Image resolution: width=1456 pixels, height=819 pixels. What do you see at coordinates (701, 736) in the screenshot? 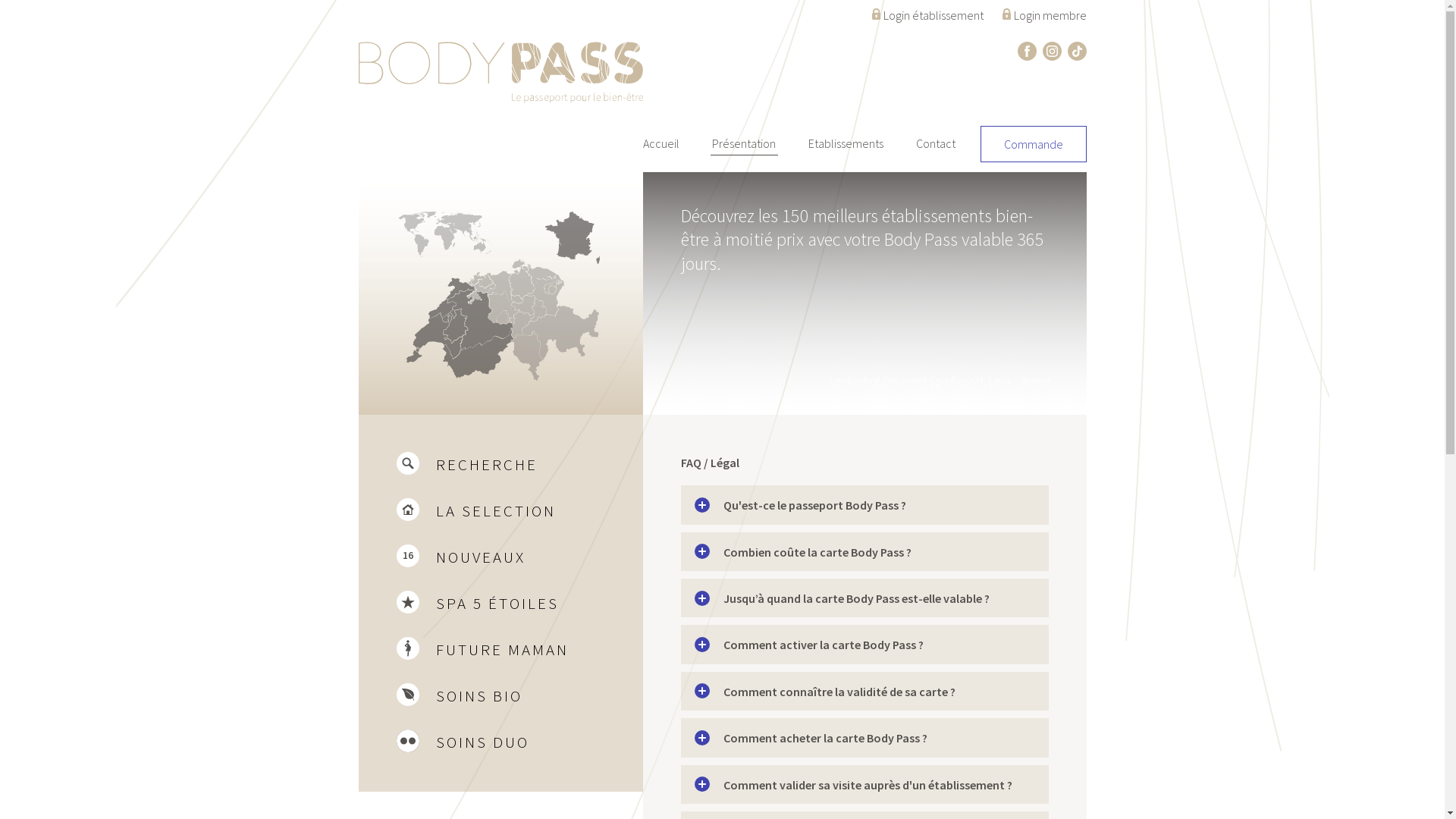
I see `'Open'` at bounding box center [701, 736].